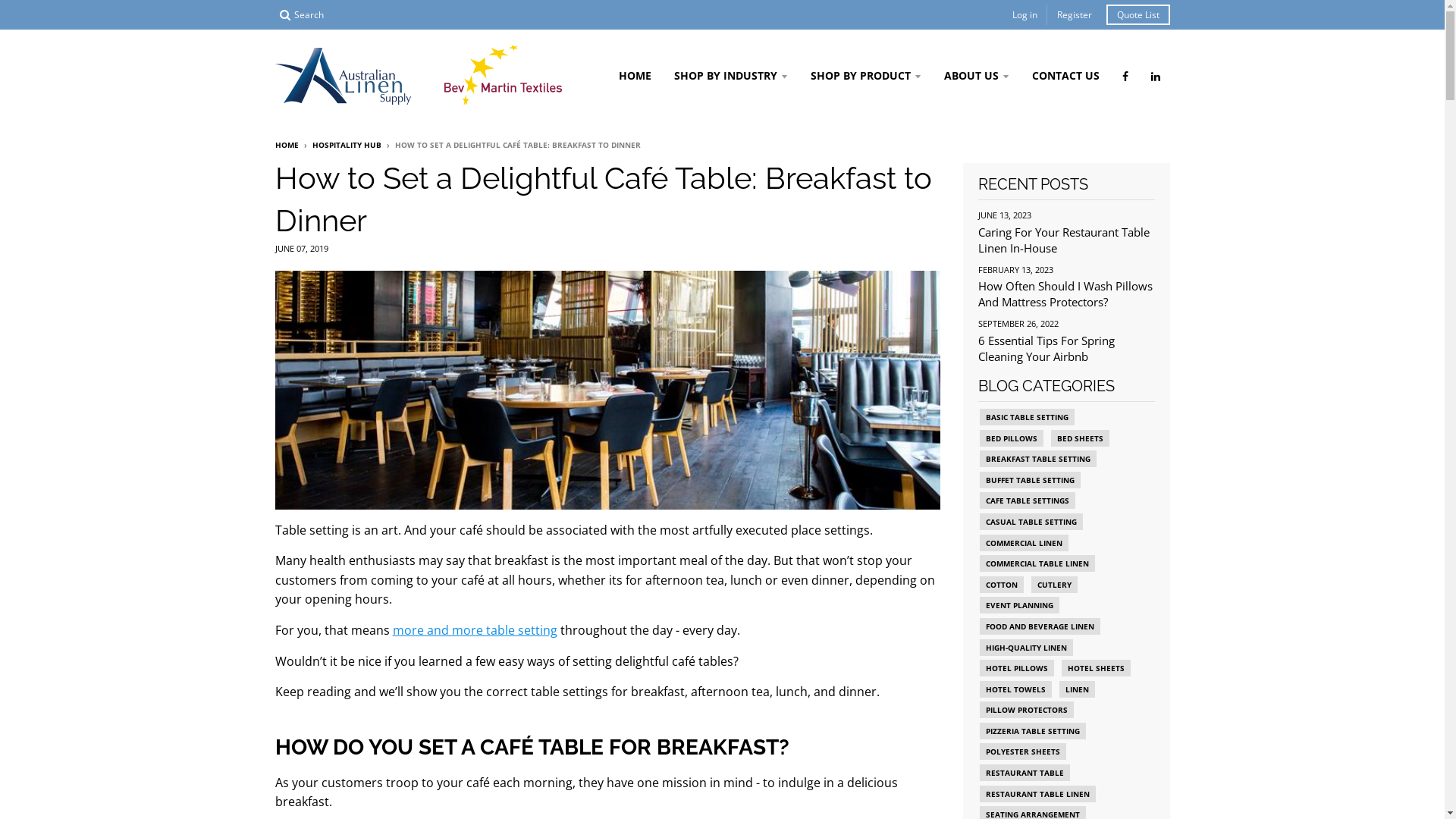  What do you see at coordinates (1137, 14) in the screenshot?
I see `'Quote List'` at bounding box center [1137, 14].